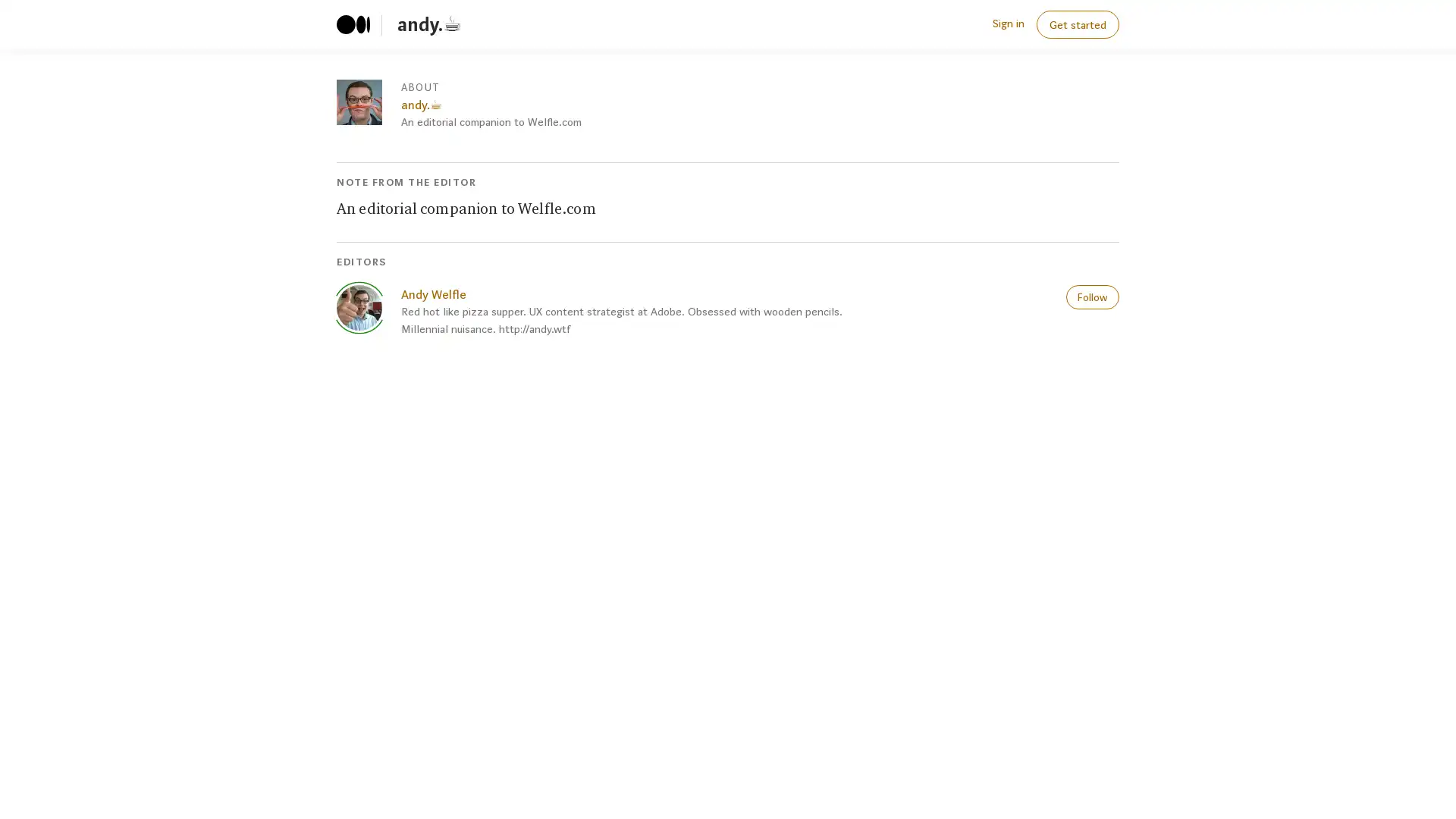  I want to click on Follow to get new stories and recommendations from this author, so click(1092, 296).